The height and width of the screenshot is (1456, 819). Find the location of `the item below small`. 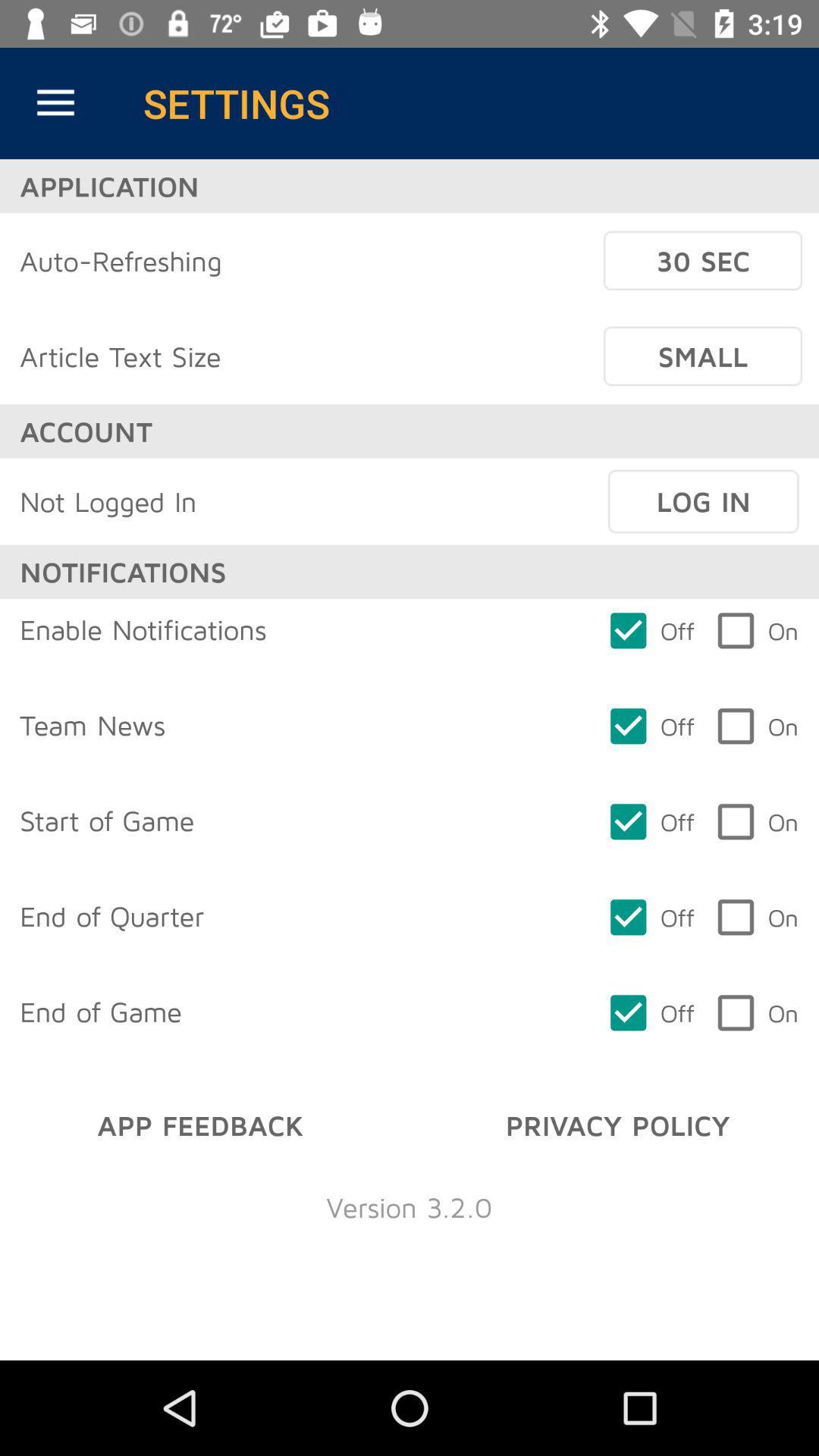

the item below small is located at coordinates (703, 501).